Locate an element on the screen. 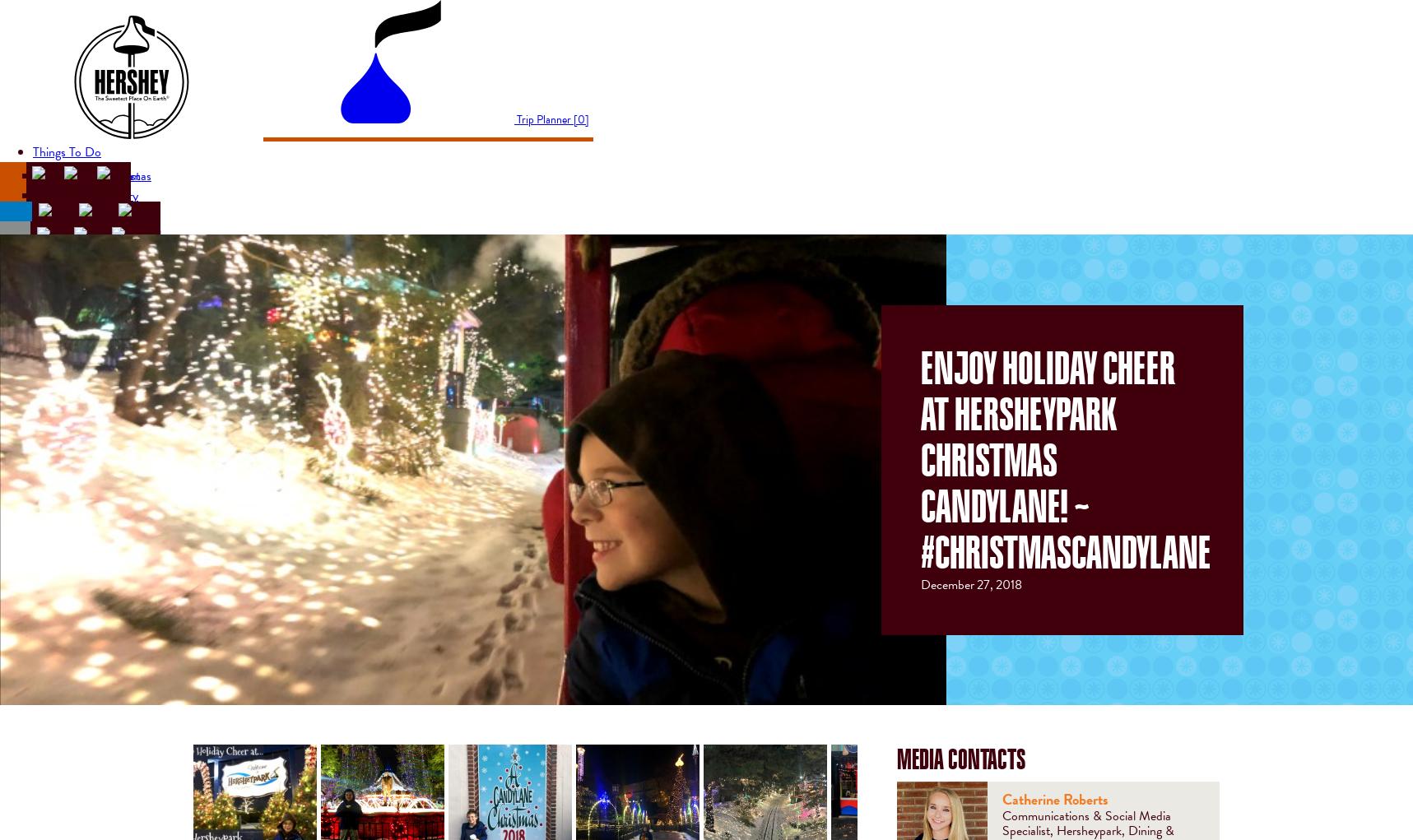 Image resolution: width=1413 pixels, height=840 pixels. 'Hersheypark' is located at coordinates (35, 174).